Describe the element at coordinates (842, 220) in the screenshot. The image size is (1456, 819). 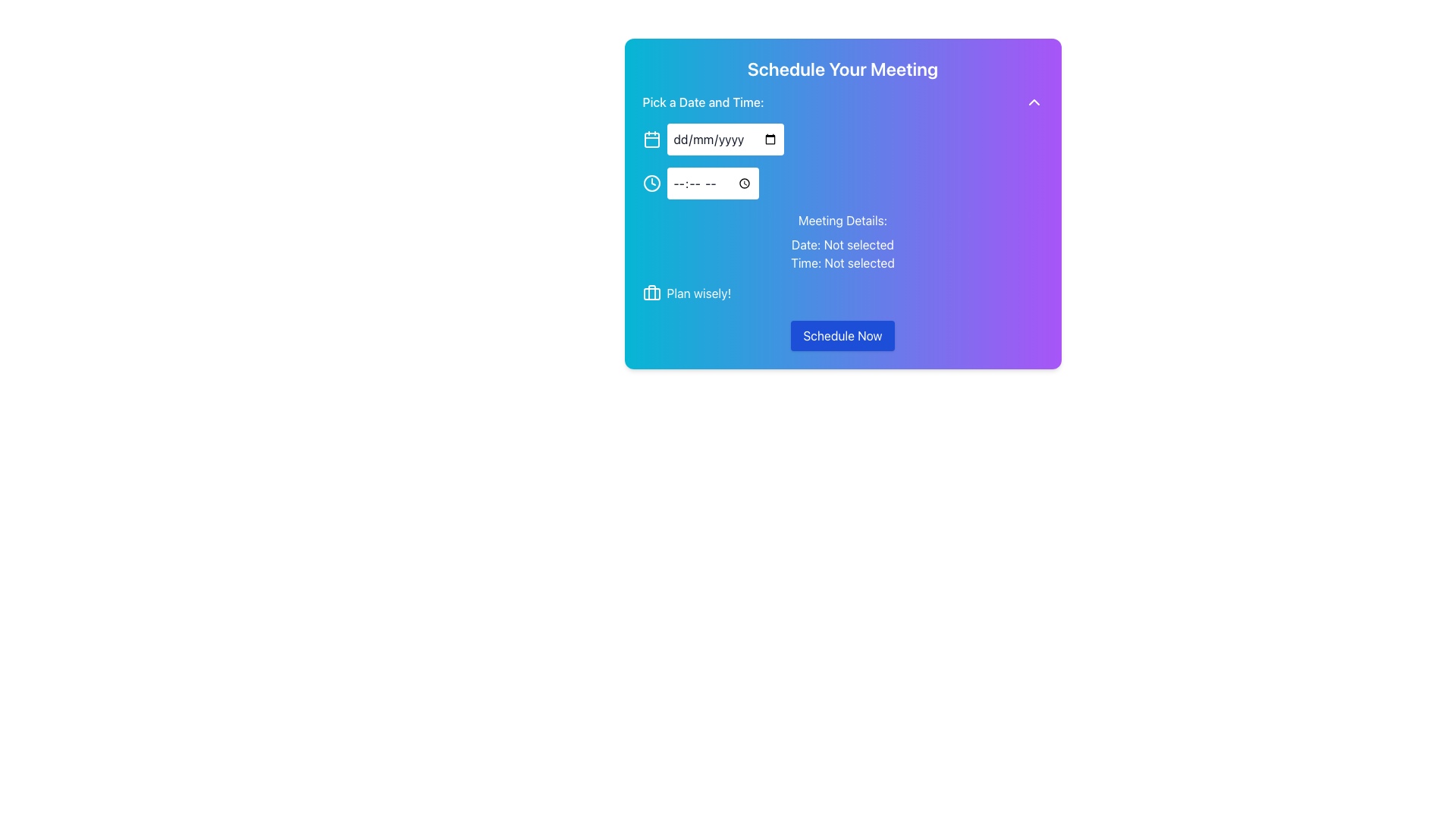
I see `the text label that serves as the heading for the meeting details, positioned above the 'Date: Not selected' text` at that location.